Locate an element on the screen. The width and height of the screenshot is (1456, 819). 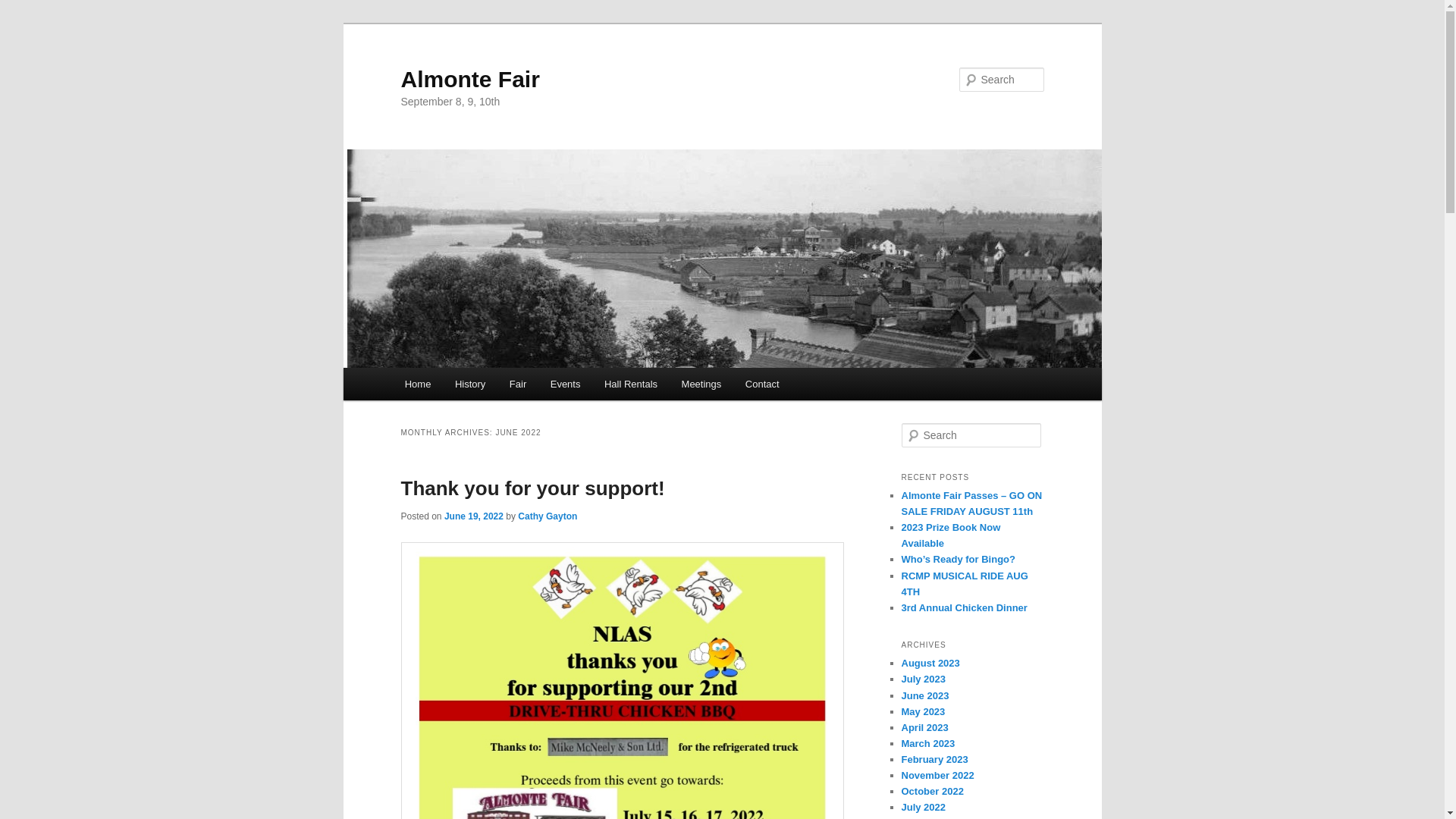
'March 2023' is located at coordinates (927, 742).